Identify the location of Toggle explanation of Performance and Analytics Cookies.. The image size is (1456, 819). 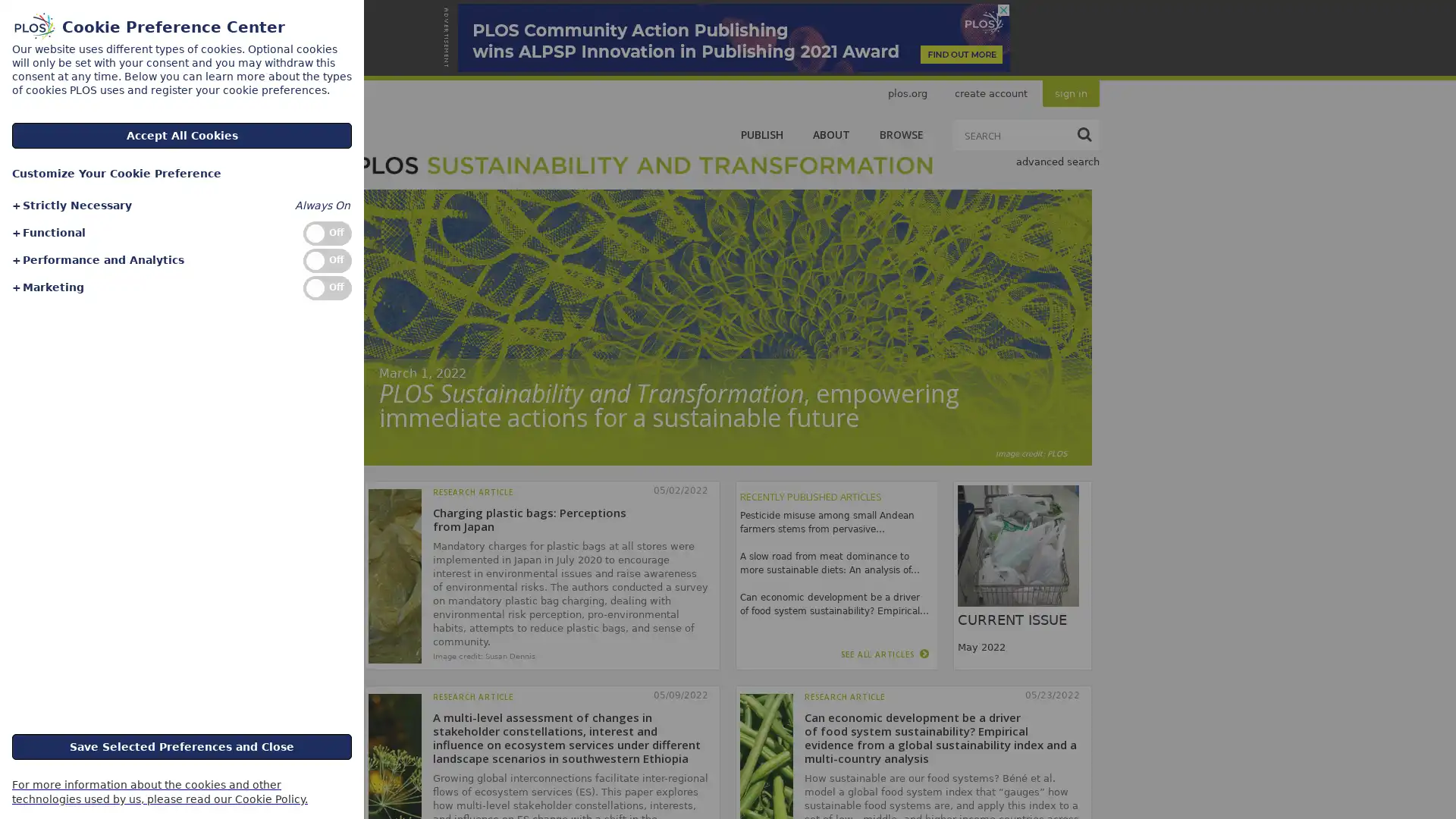
(96, 259).